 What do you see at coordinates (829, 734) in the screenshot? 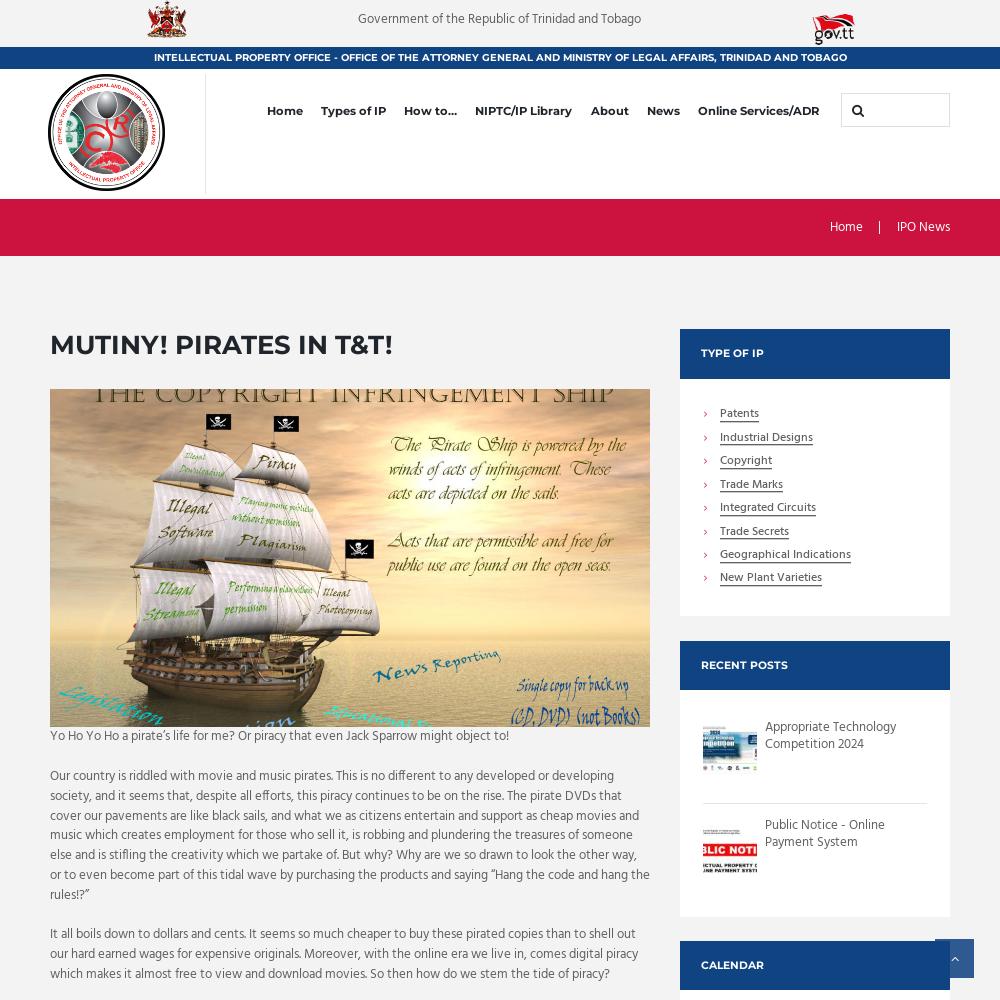
I see `'Appropriate Technology Competition 2024'` at bounding box center [829, 734].